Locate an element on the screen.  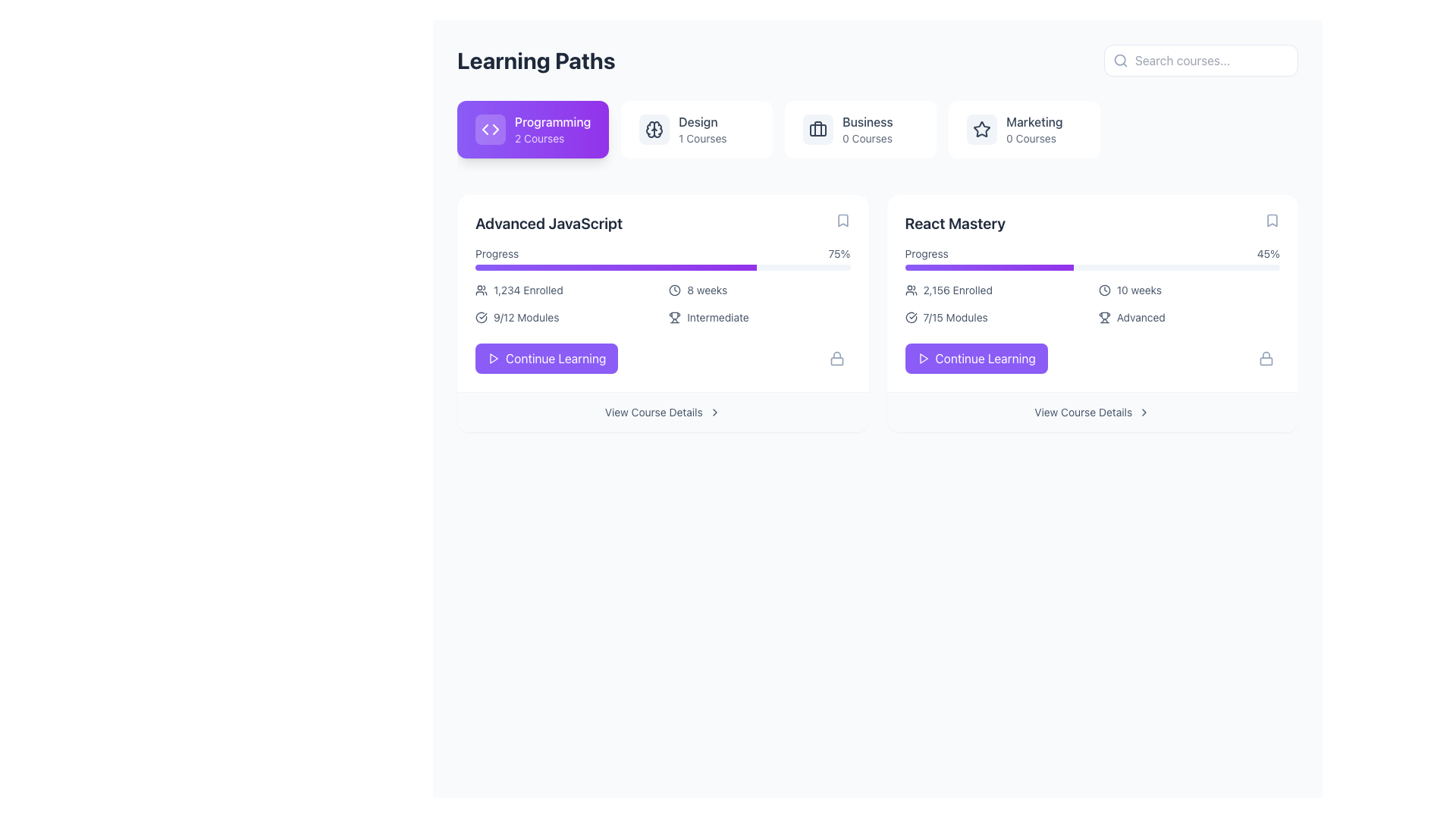
the clock icon and the text '10 weeks.' in the second card of the 'React Mastery' section, specifically the second item from the top in the right column is located at coordinates (1188, 290).